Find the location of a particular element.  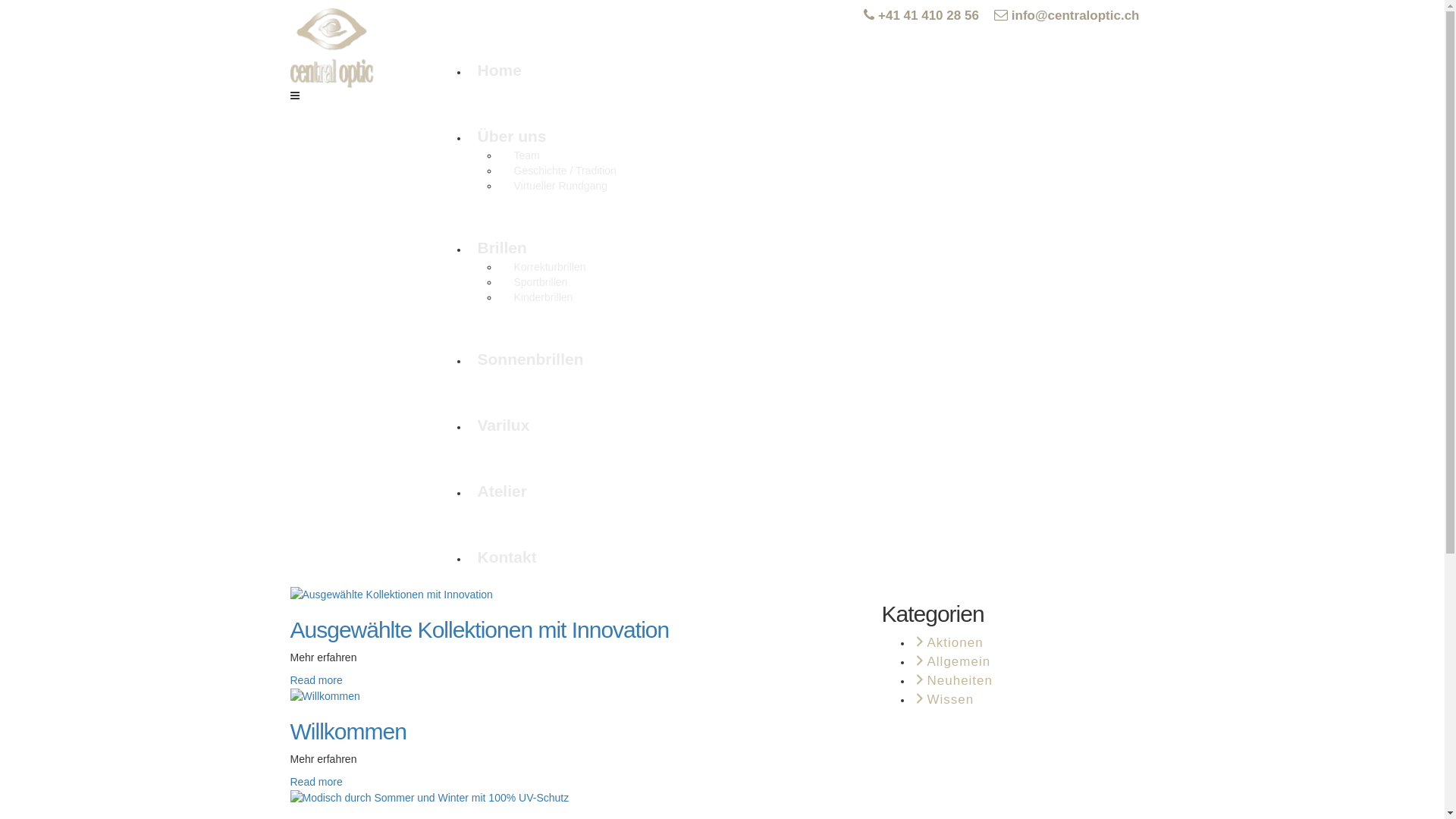

'Aktionen' is located at coordinates (946, 642).